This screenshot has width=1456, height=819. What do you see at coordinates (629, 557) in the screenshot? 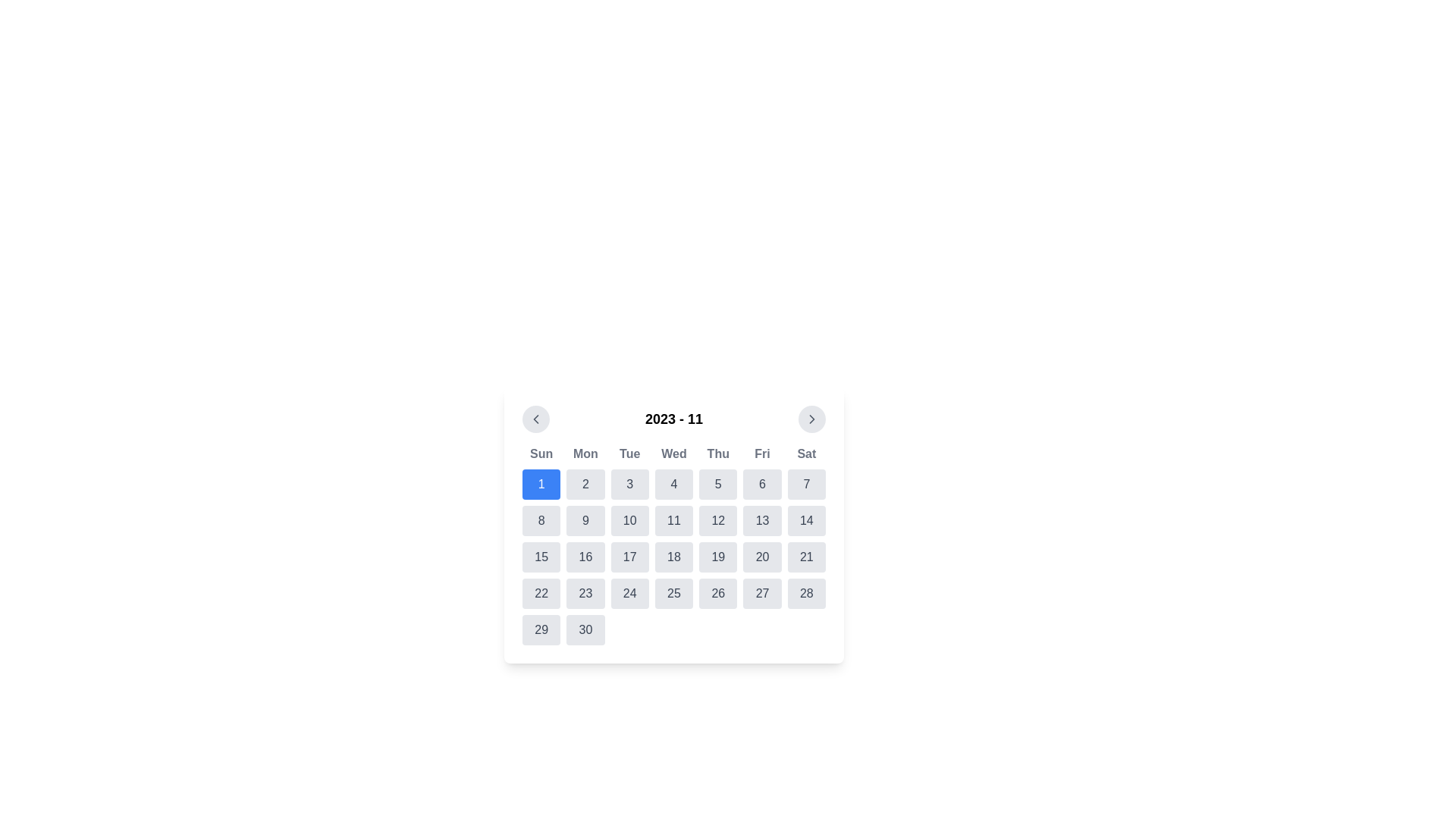
I see `the button representing the 17th day in the calendar grid` at bounding box center [629, 557].